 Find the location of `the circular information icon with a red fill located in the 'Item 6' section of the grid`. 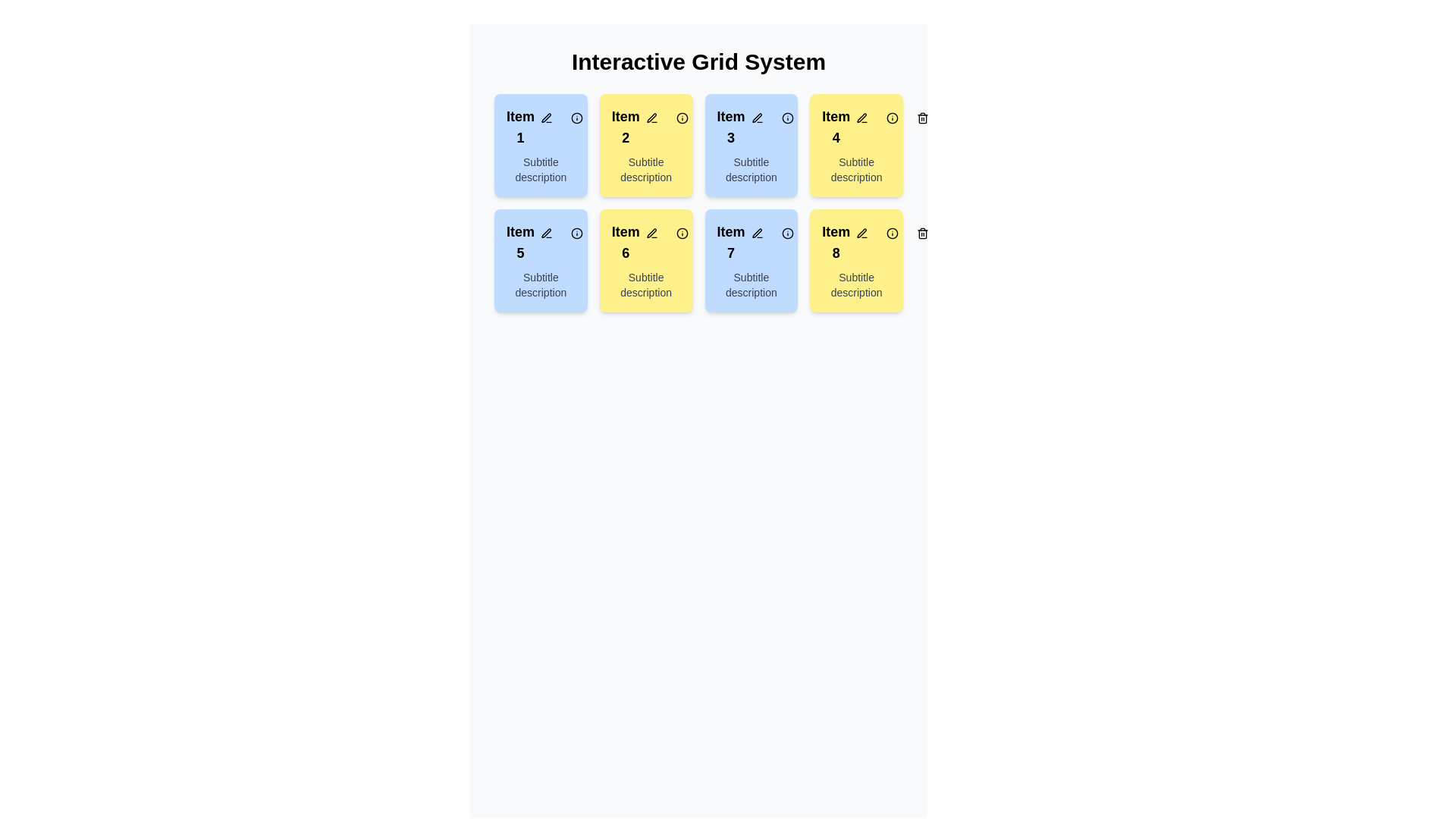

the circular information icon with a red fill located in the 'Item 6' section of the grid is located at coordinates (681, 234).